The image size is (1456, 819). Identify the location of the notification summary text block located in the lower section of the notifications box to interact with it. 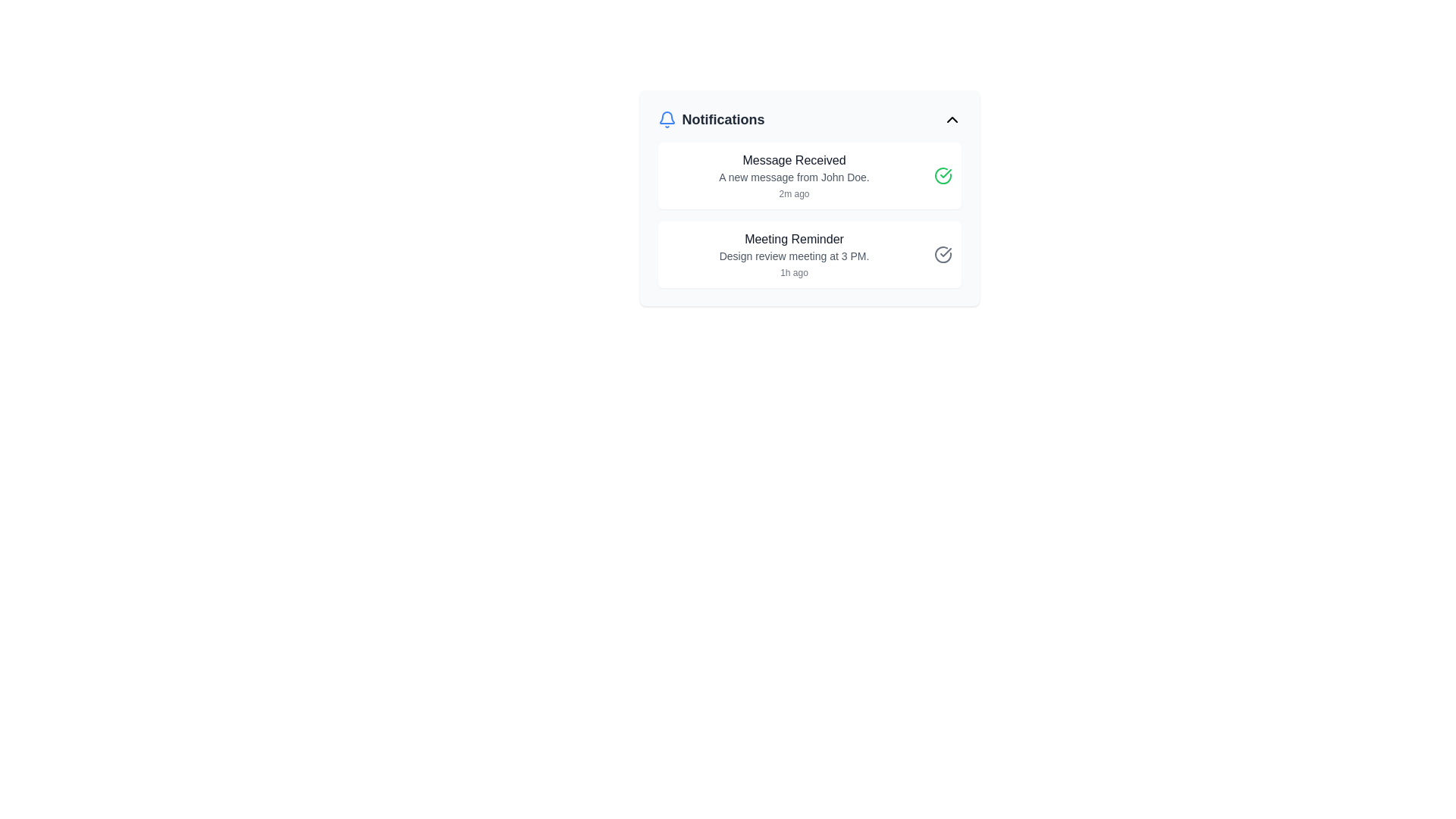
(793, 253).